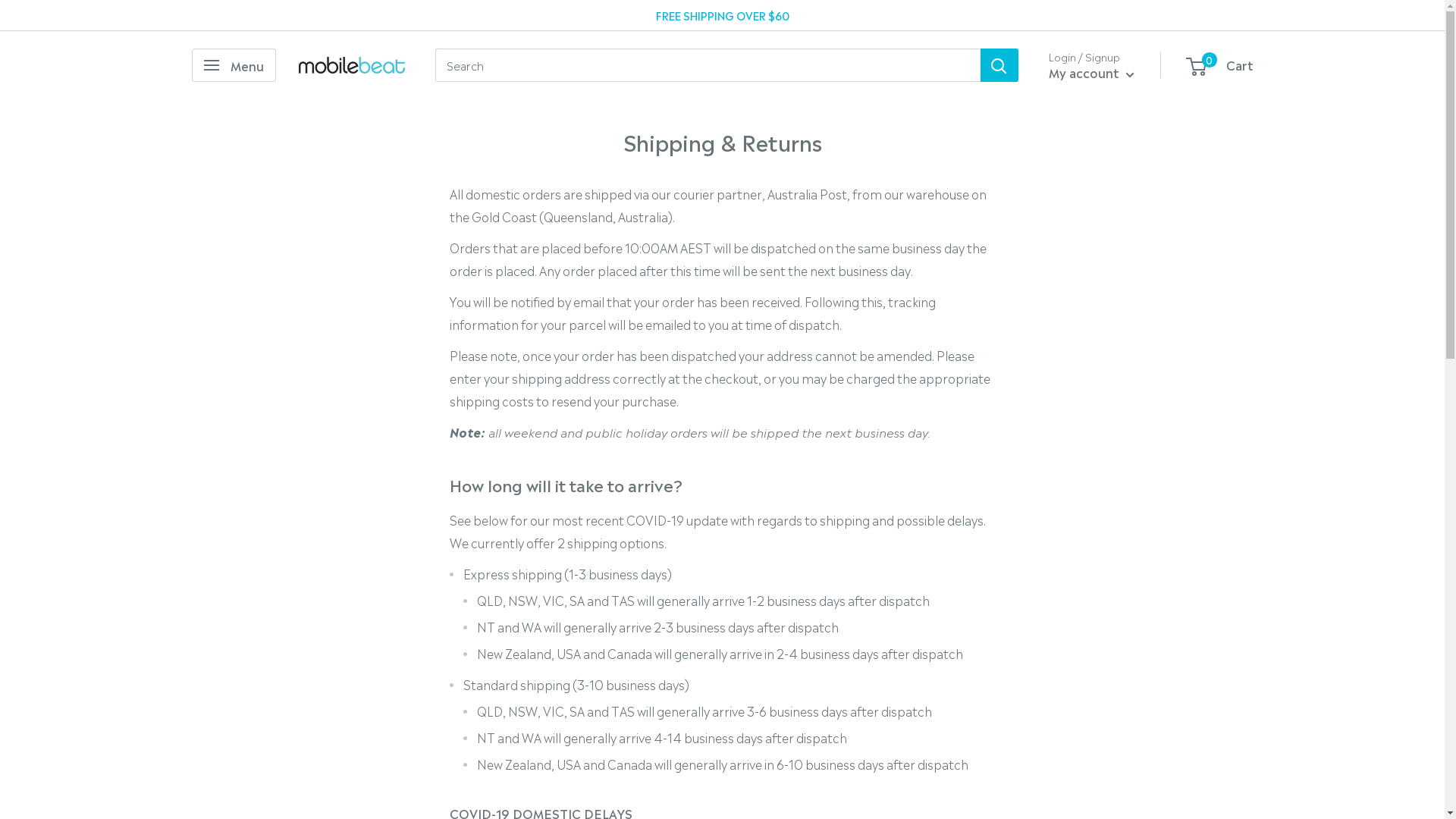 The image size is (1456, 819). Describe the element at coordinates (351, 64) in the screenshot. I see `'Mobilebeat'` at that location.